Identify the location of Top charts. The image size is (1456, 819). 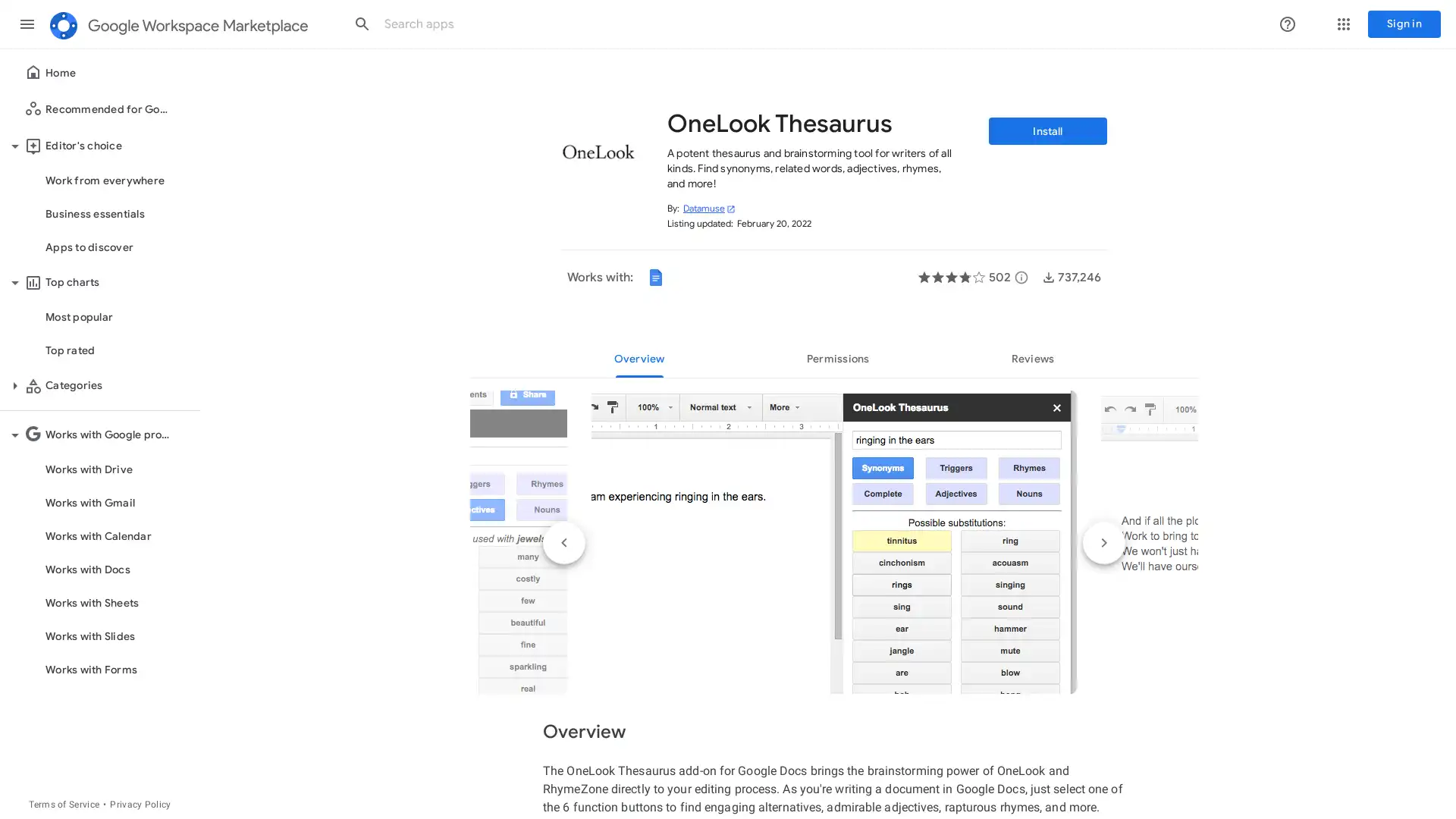
(14, 283).